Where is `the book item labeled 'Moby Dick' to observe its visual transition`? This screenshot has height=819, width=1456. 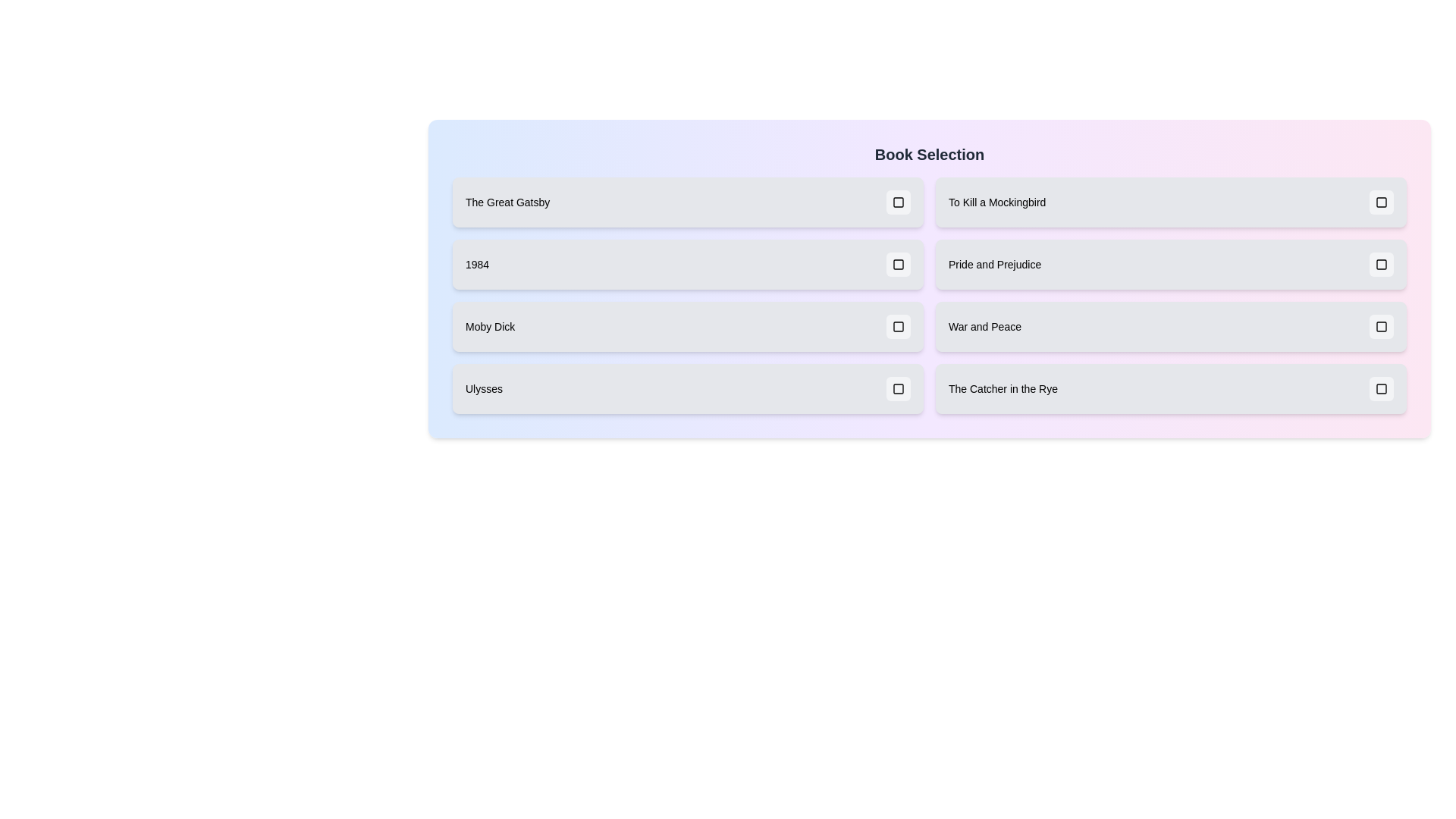
the book item labeled 'Moby Dick' to observe its visual transition is located at coordinates (687, 326).